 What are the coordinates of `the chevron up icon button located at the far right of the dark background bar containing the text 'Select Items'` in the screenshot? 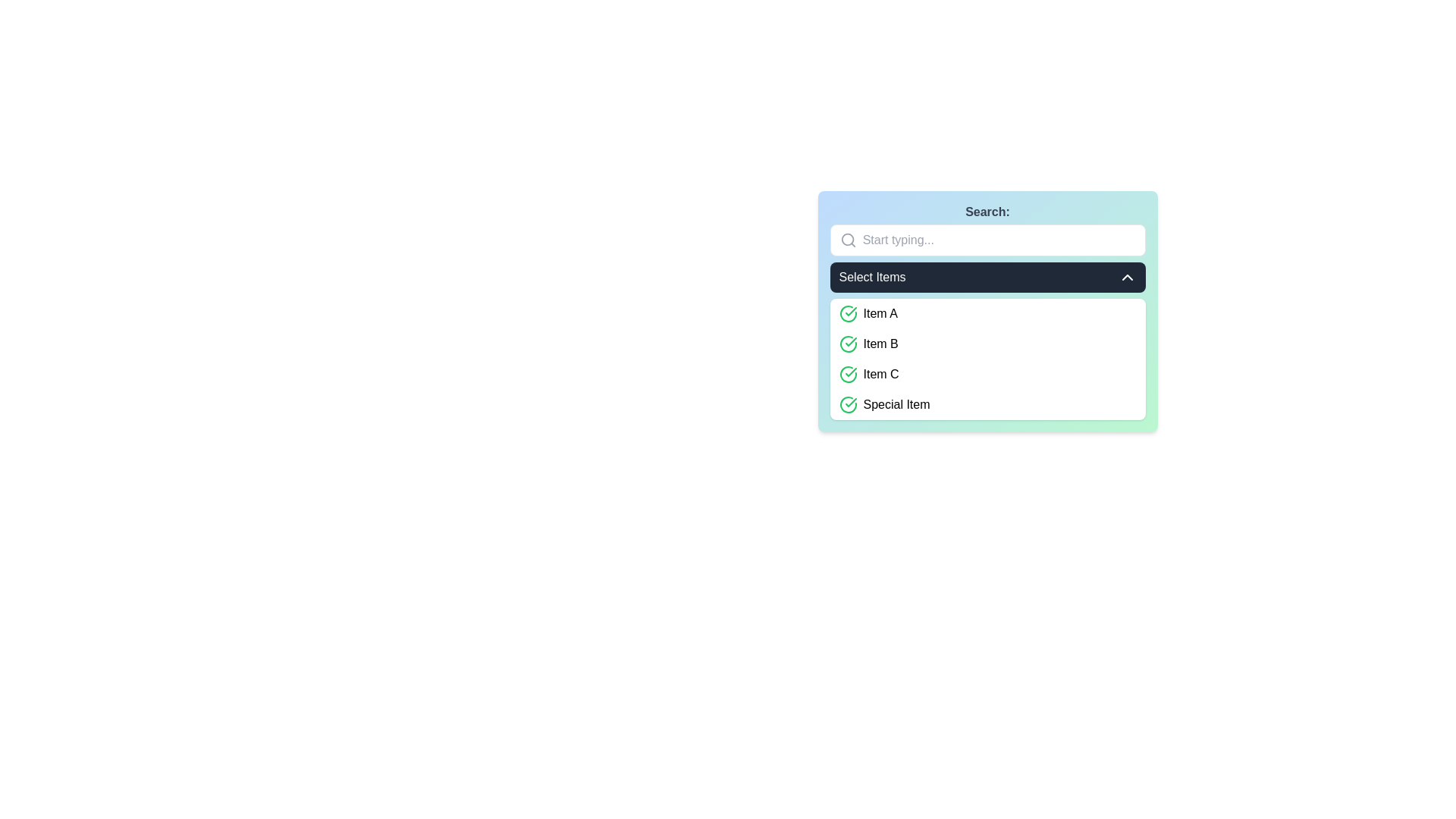 It's located at (1127, 278).